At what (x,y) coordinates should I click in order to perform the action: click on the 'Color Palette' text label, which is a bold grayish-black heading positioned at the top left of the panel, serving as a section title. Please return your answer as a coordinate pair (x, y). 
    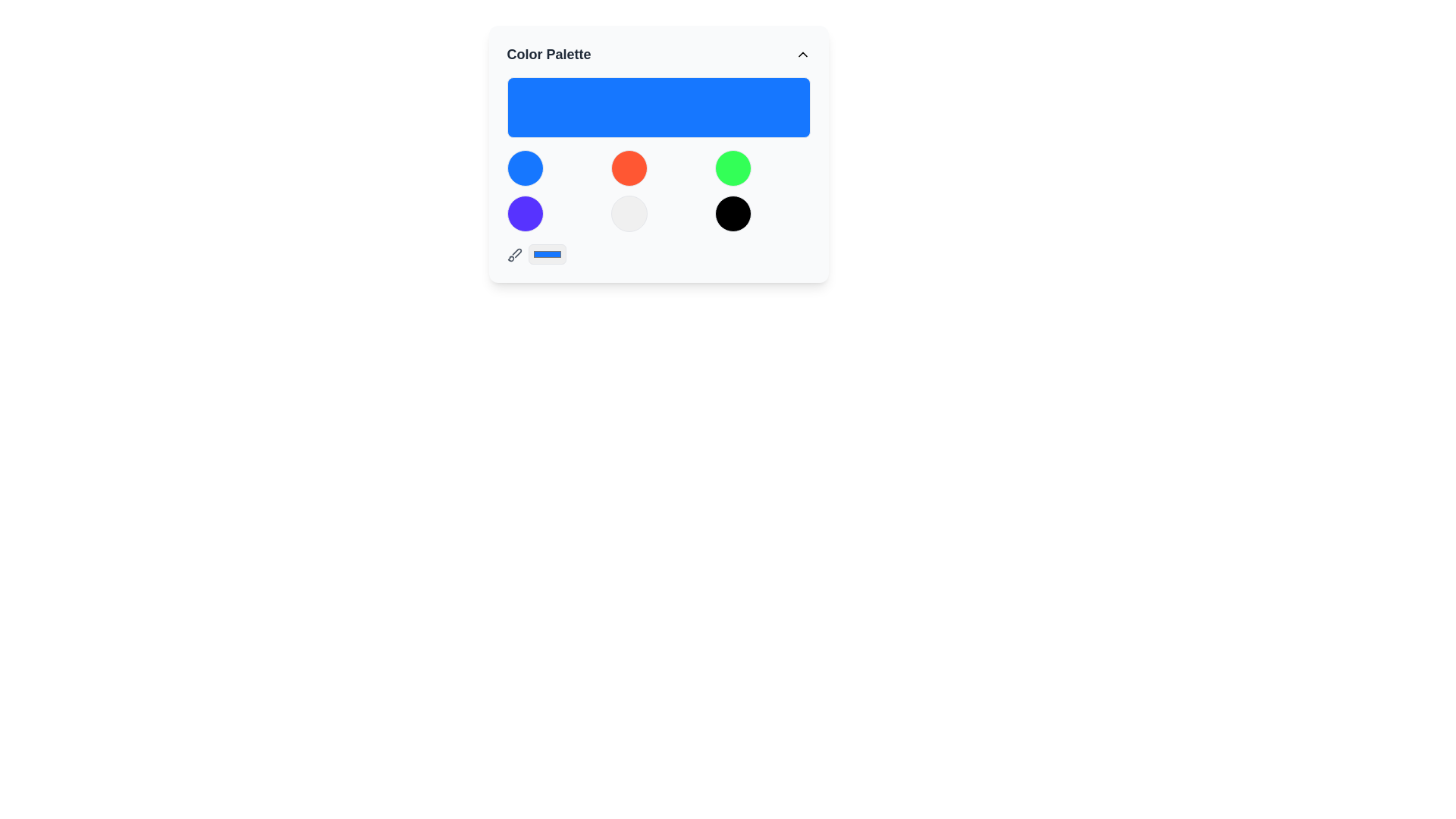
    Looking at the image, I should click on (548, 54).